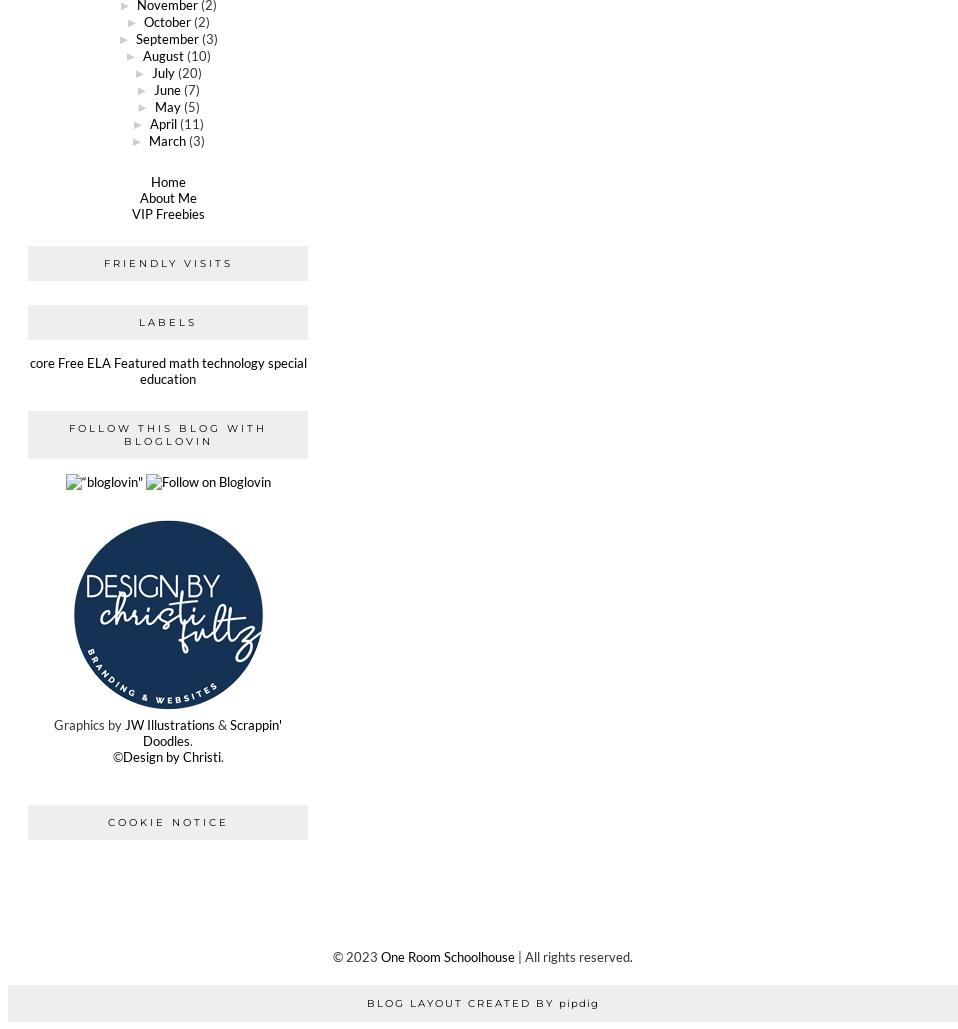 This screenshot has height=1029, width=958. What do you see at coordinates (181, 363) in the screenshot?
I see `'math'` at bounding box center [181, 363].